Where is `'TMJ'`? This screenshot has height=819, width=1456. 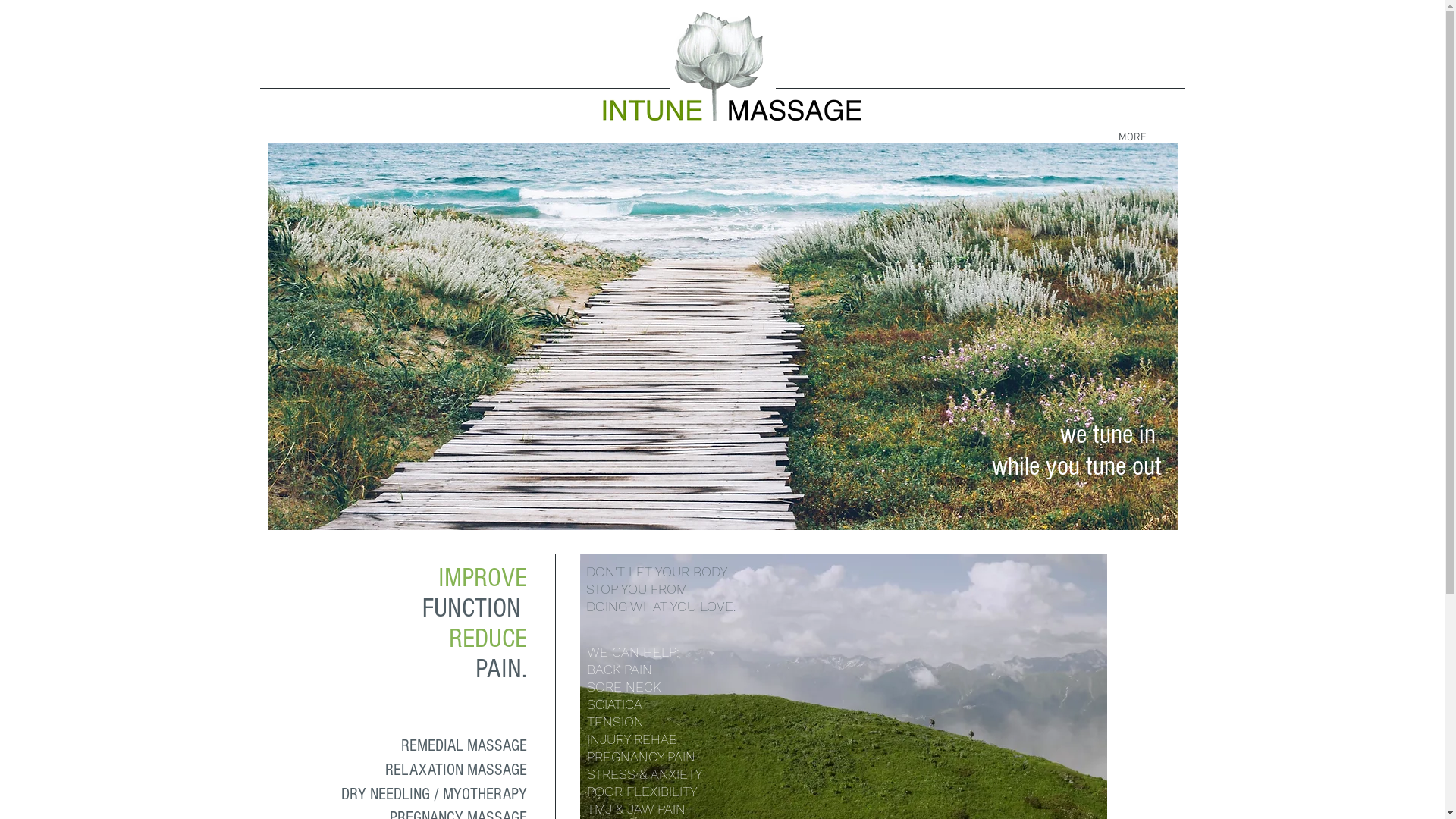
'TMJ' is located at coordinates (598, 808).